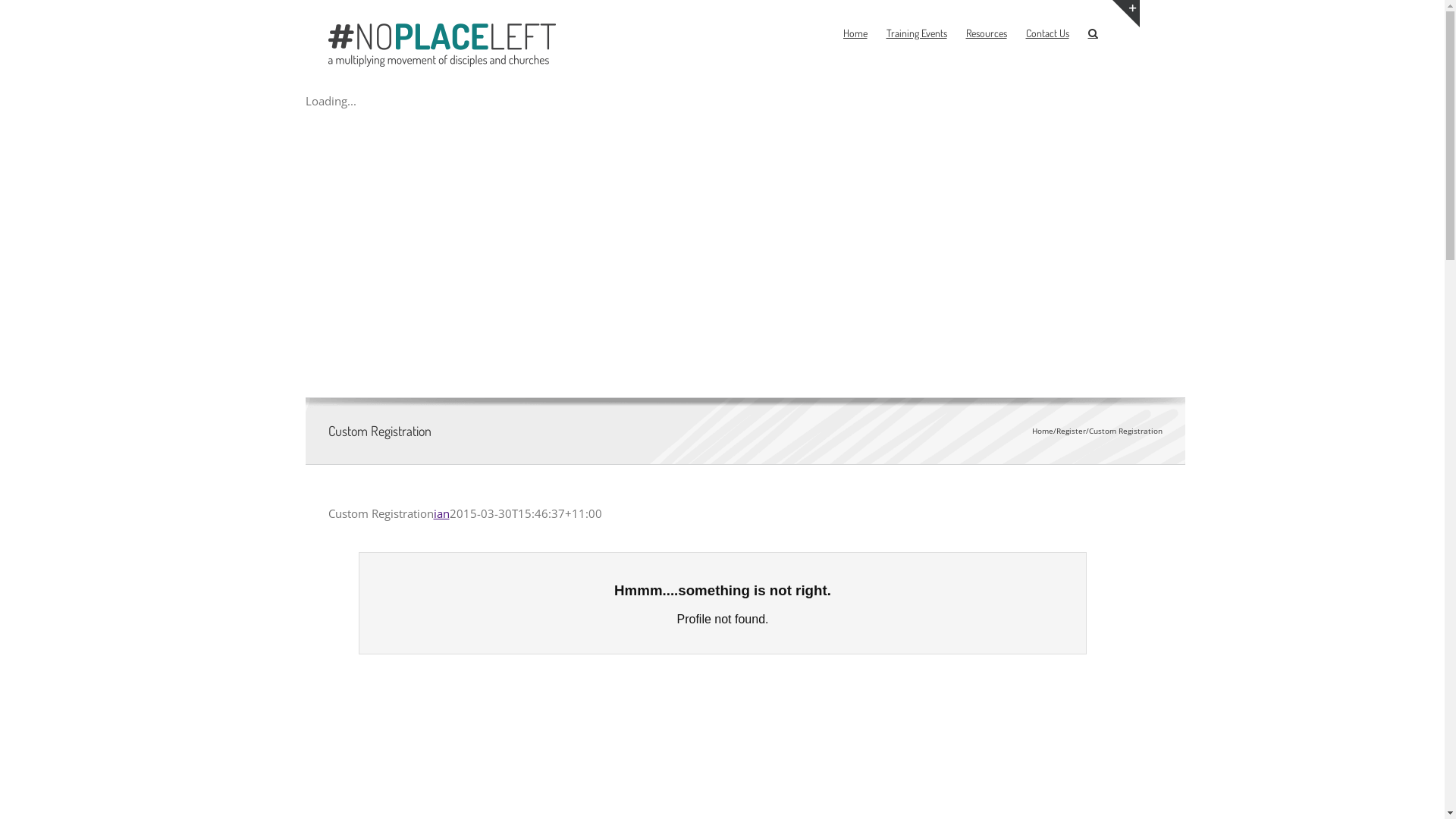  Describe the element at coordinates (1092, 32) in the screenshot. I see `'Search'` at that location.